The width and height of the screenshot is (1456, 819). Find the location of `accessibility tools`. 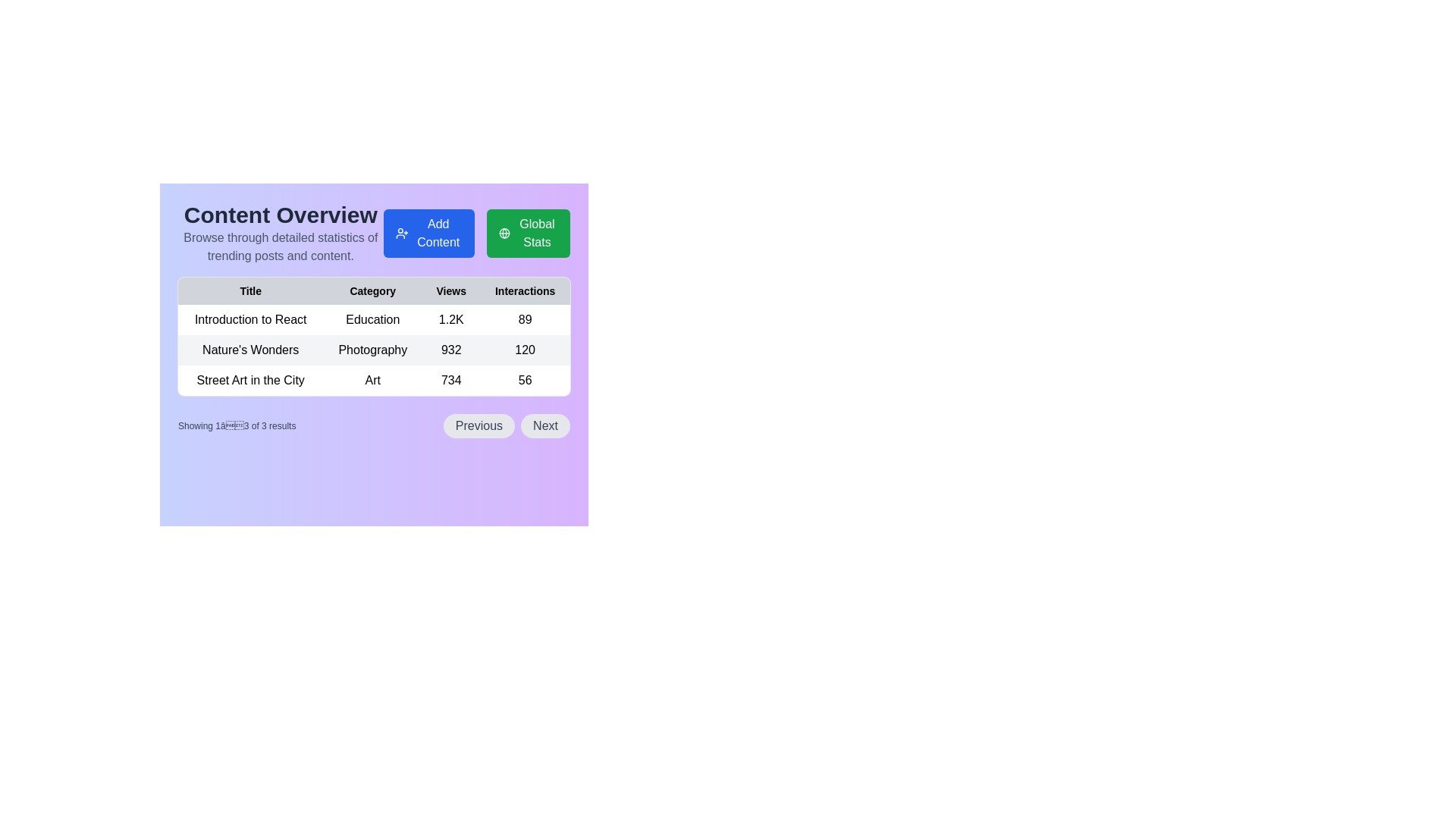

accessibility tools is located at coordinates (374, 350).